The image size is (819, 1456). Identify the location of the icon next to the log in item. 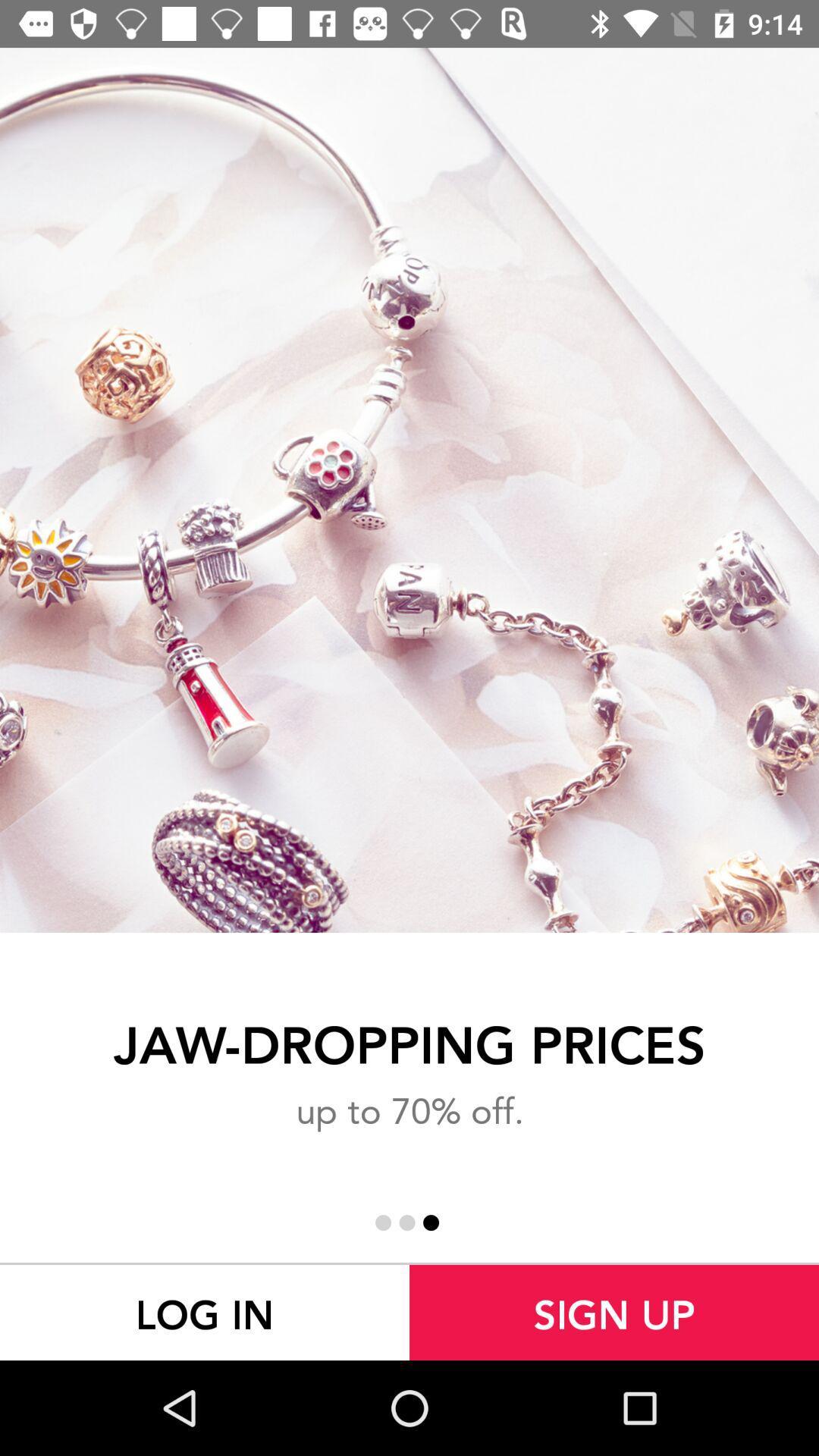
(614, 1312).